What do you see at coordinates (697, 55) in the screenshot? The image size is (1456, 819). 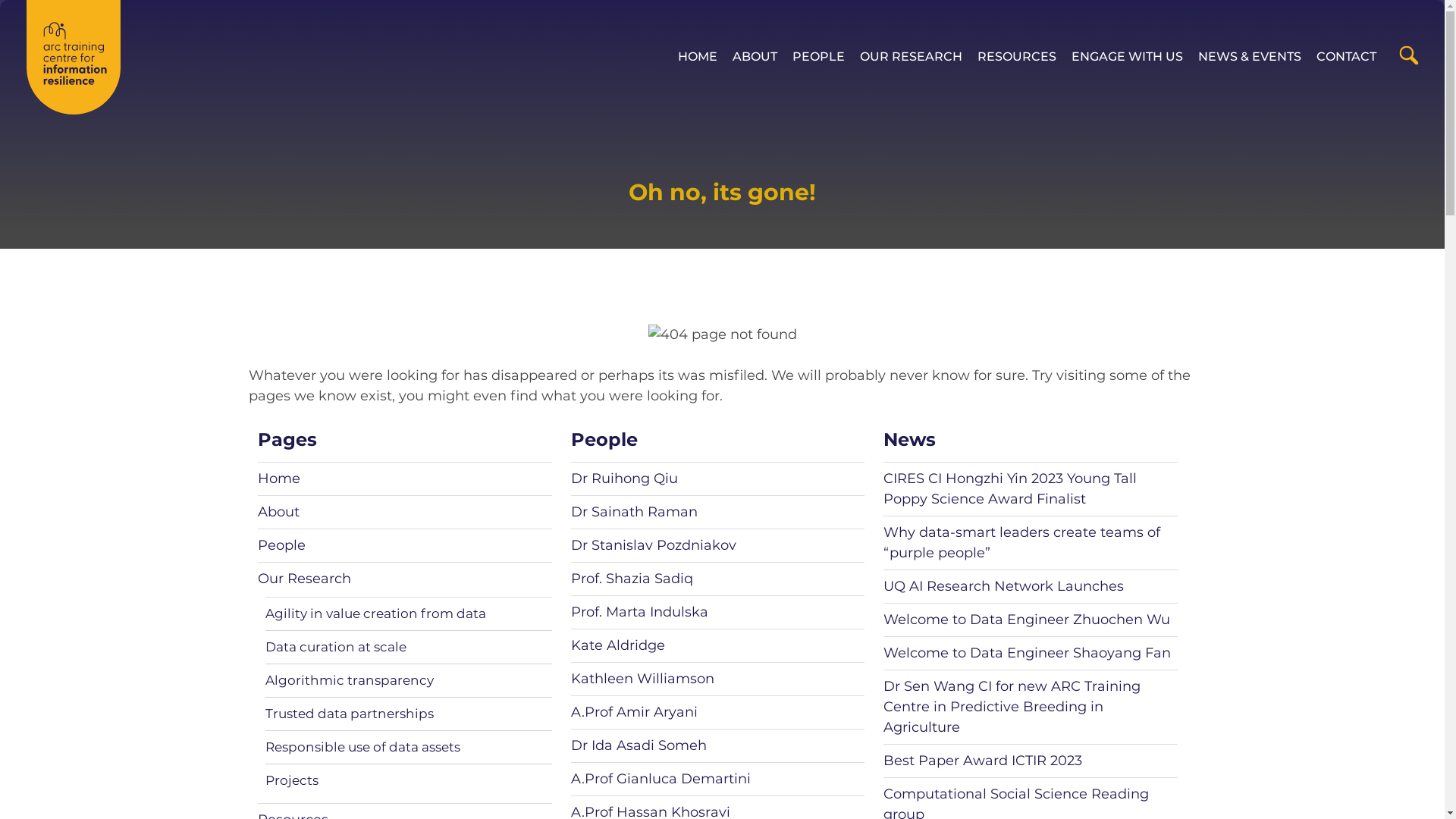 I see `'HOME'` at bounding box center [697, 55].